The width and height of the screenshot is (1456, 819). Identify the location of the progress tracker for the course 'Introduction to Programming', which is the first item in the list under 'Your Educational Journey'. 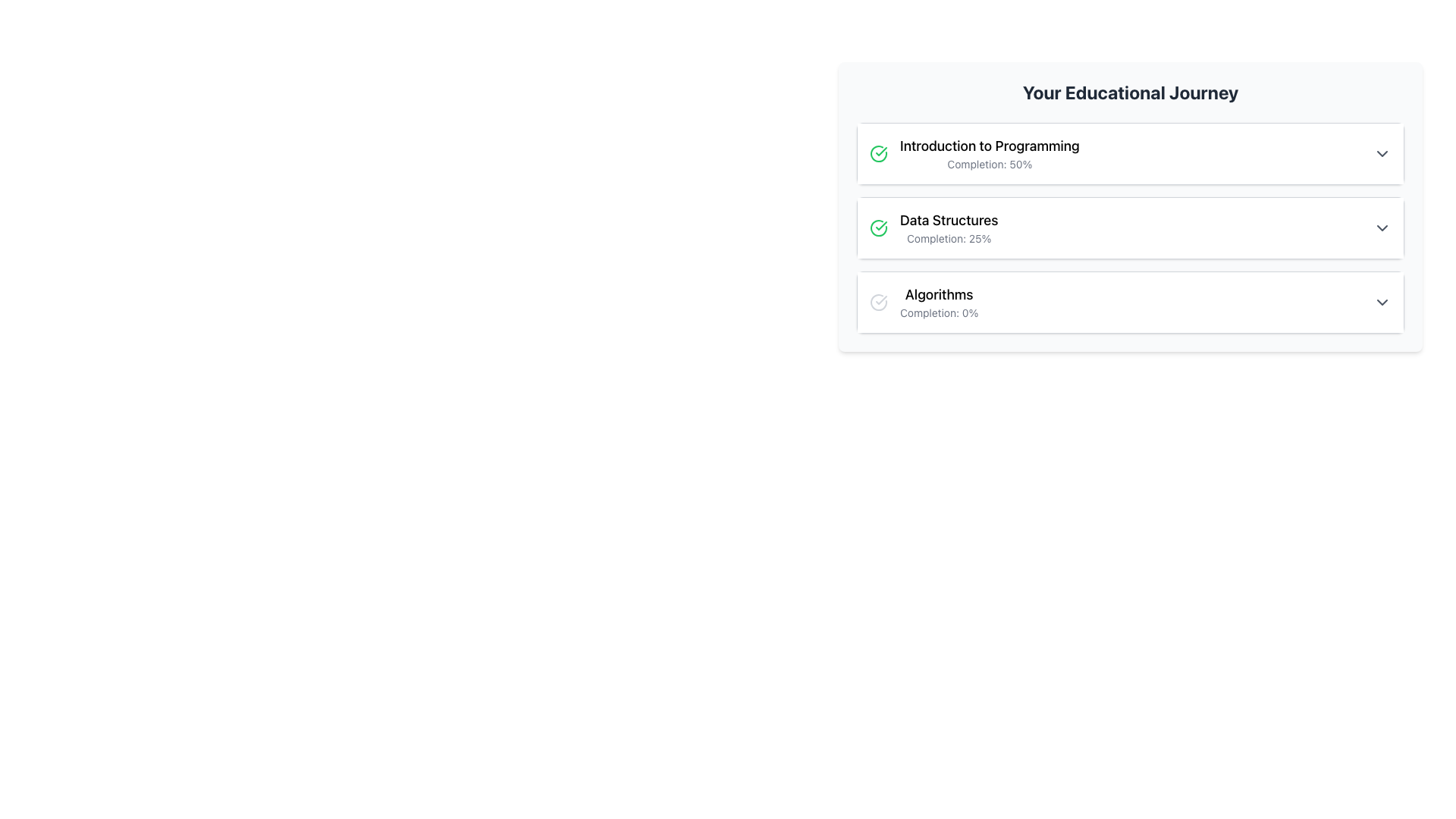
(1131, 154).